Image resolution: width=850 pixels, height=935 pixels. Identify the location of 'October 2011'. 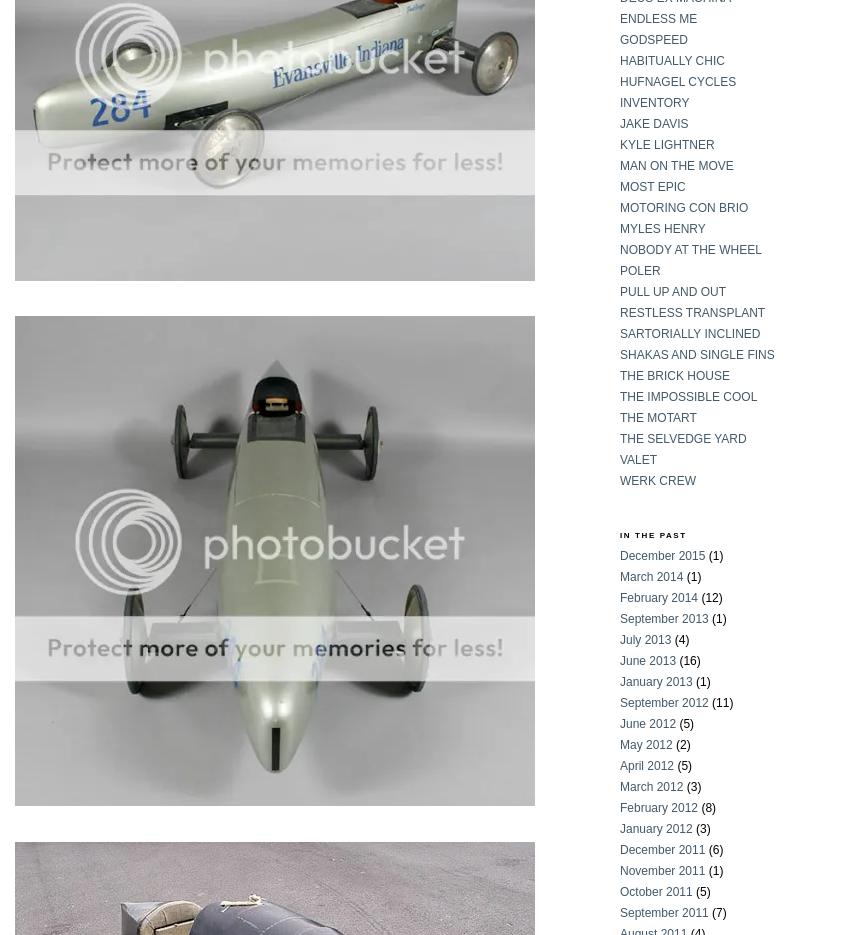
(656, 890).